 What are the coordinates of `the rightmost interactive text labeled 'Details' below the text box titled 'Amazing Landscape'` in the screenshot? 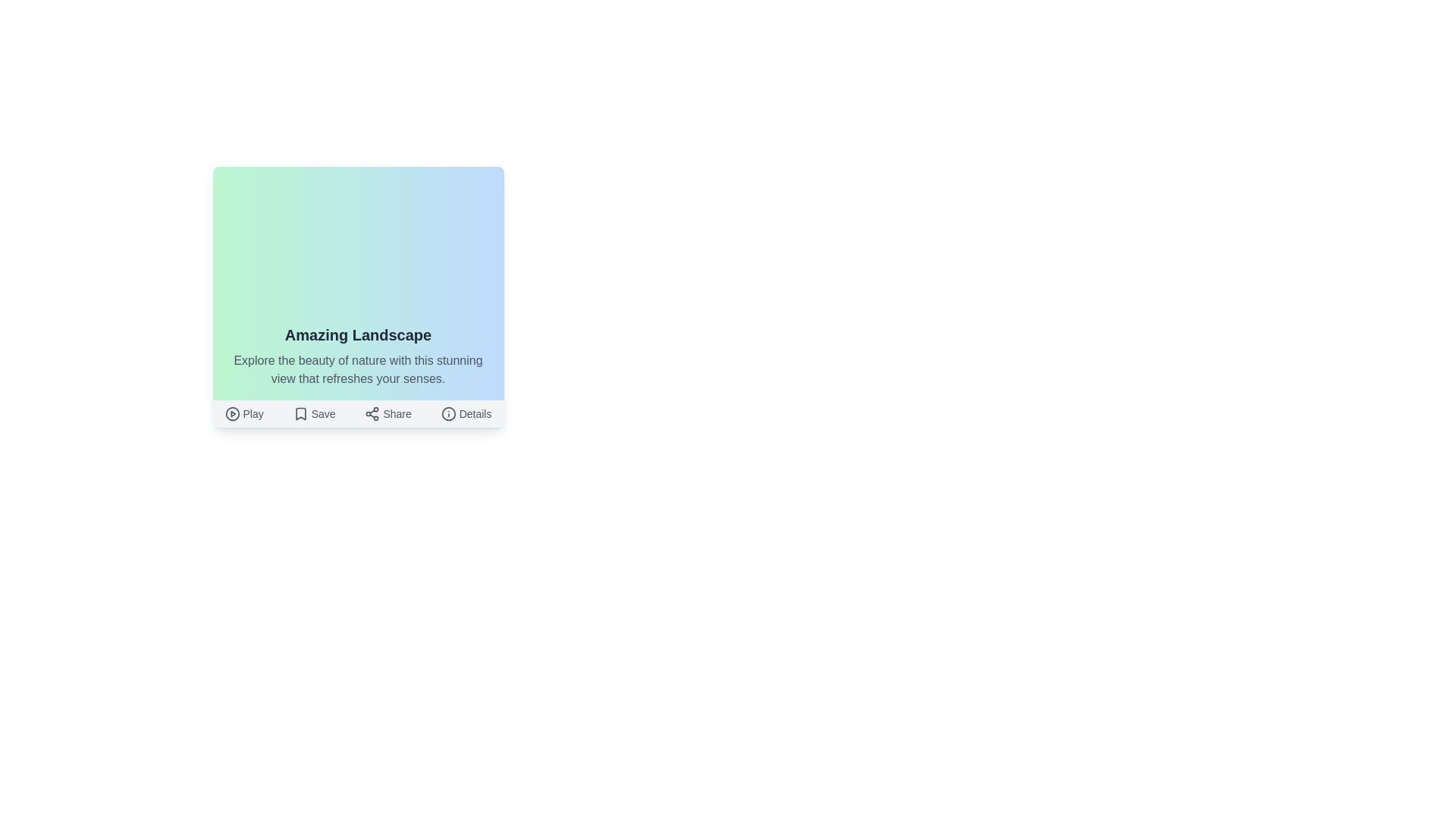 It's located at (466, 414).